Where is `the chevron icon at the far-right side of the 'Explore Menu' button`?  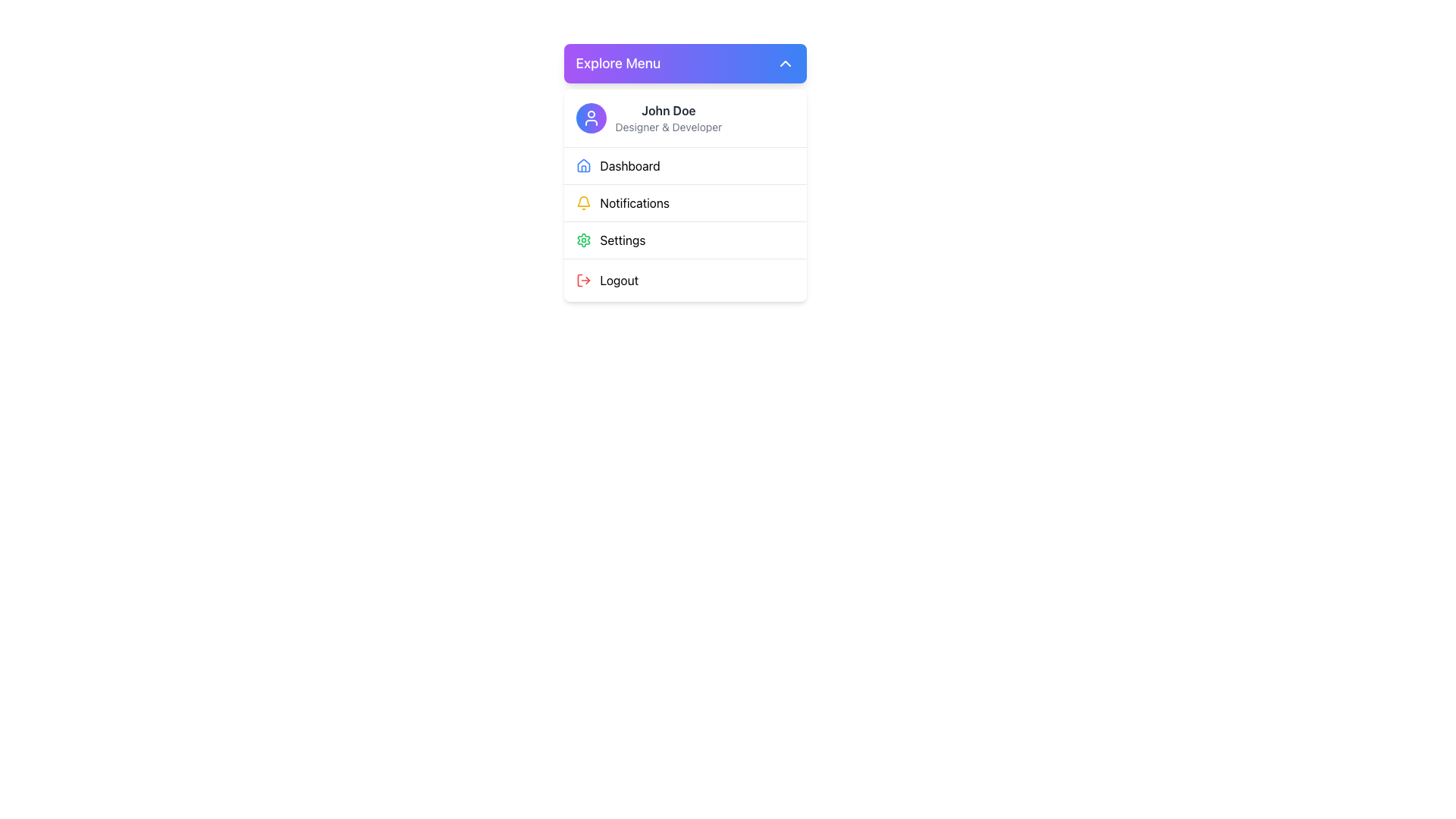
the chevron icon at the far-right side of the 'Explore Menu' button is located at coordinates (785, 63).